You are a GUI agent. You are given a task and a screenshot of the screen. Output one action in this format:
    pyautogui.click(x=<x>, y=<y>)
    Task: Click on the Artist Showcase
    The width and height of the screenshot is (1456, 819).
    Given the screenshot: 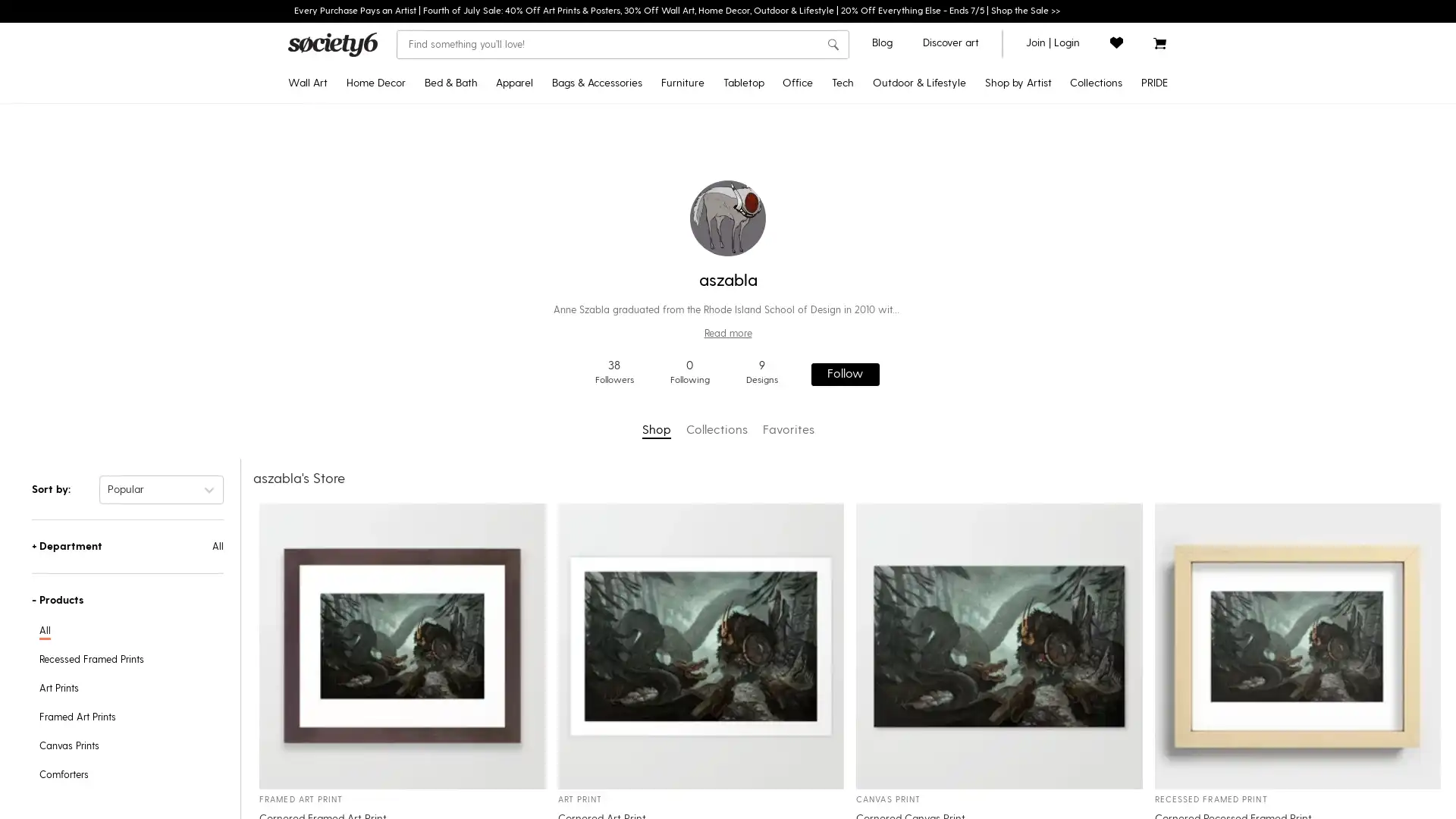 What is the action you would take?
    pyautogui.click(x=977, y=292)
    